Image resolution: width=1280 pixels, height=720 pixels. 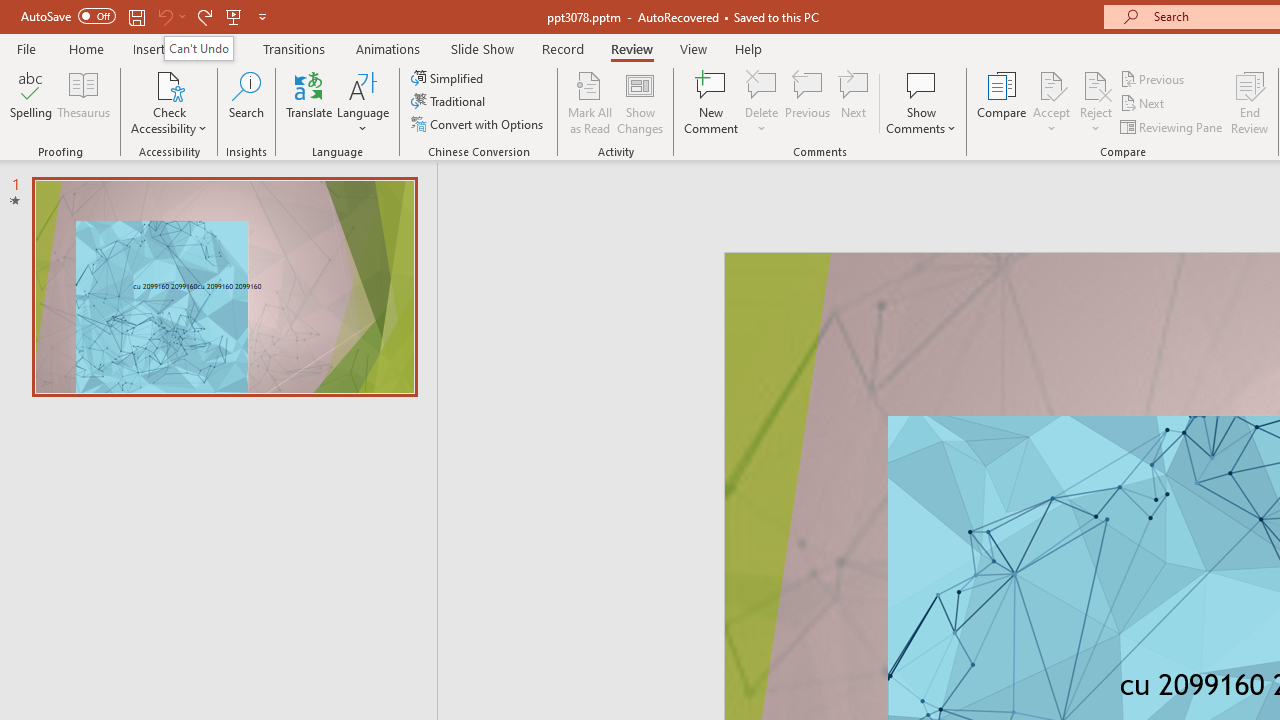 I want to click on 'Reject', so click(x=1095, y=103).